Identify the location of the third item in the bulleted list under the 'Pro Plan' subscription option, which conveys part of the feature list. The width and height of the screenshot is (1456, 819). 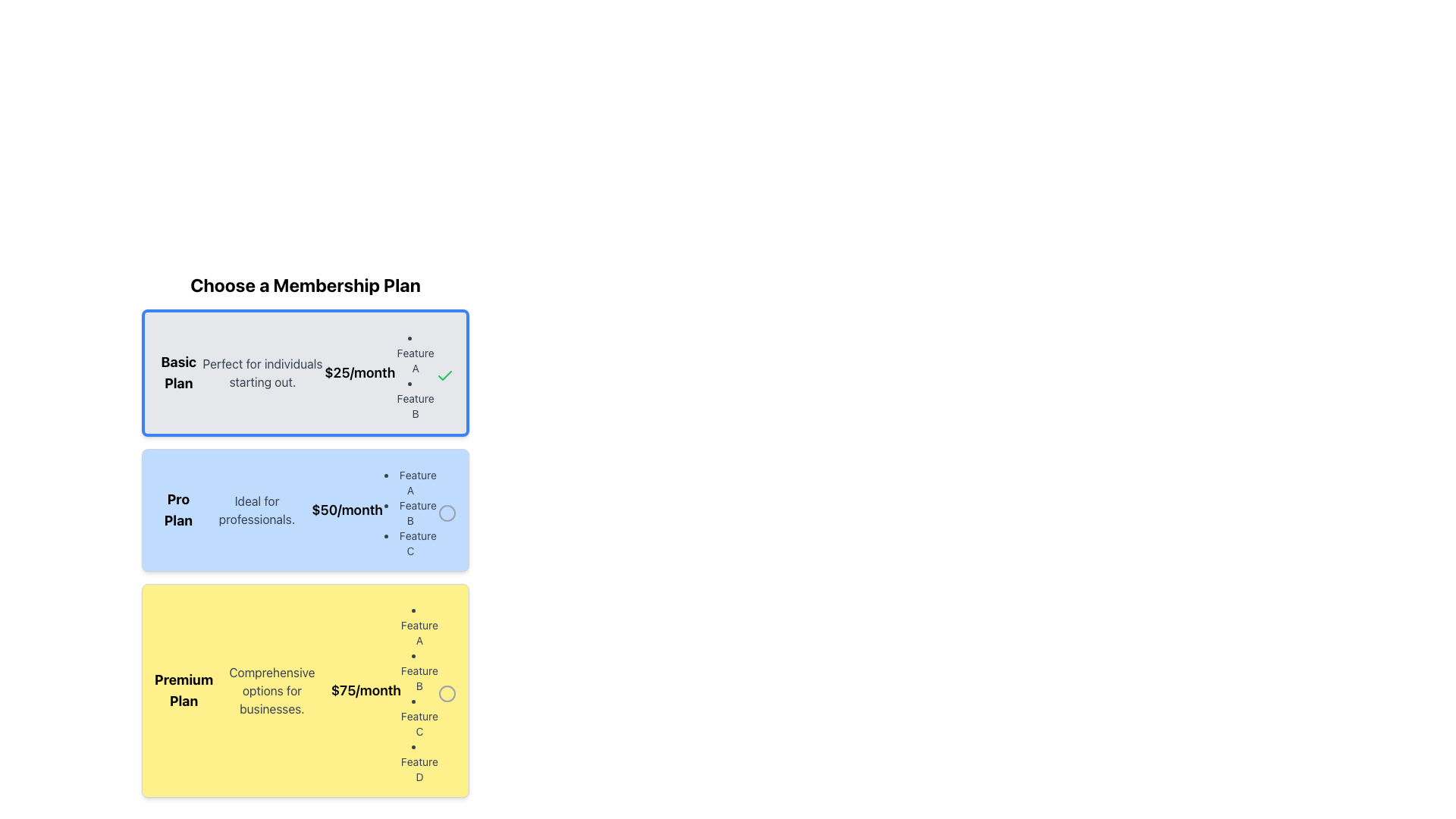
(410, 543).